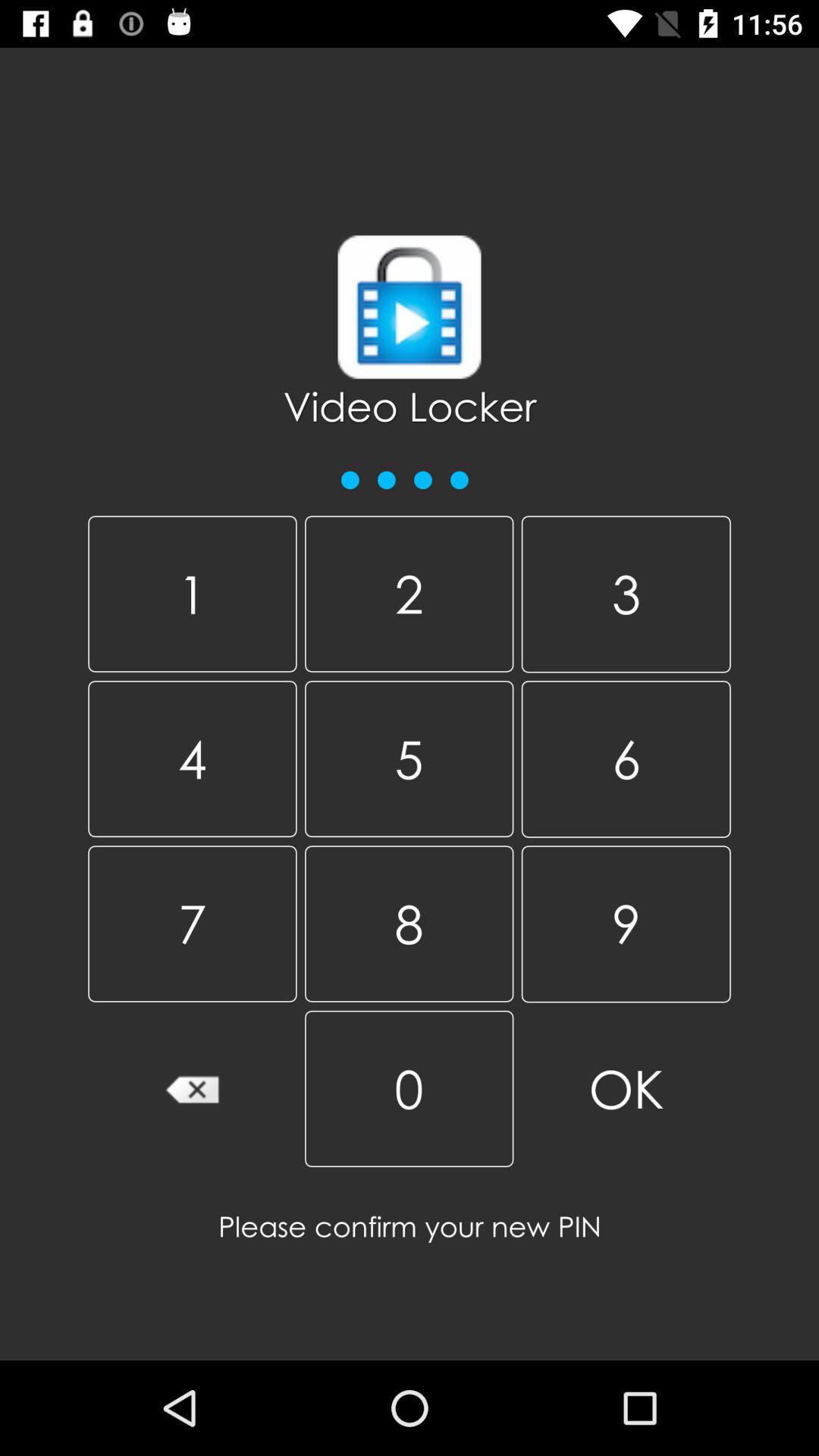  Describe the element at coordinates (408, 593) in the screenshot. I see `icon to the right of the 1` at that location.